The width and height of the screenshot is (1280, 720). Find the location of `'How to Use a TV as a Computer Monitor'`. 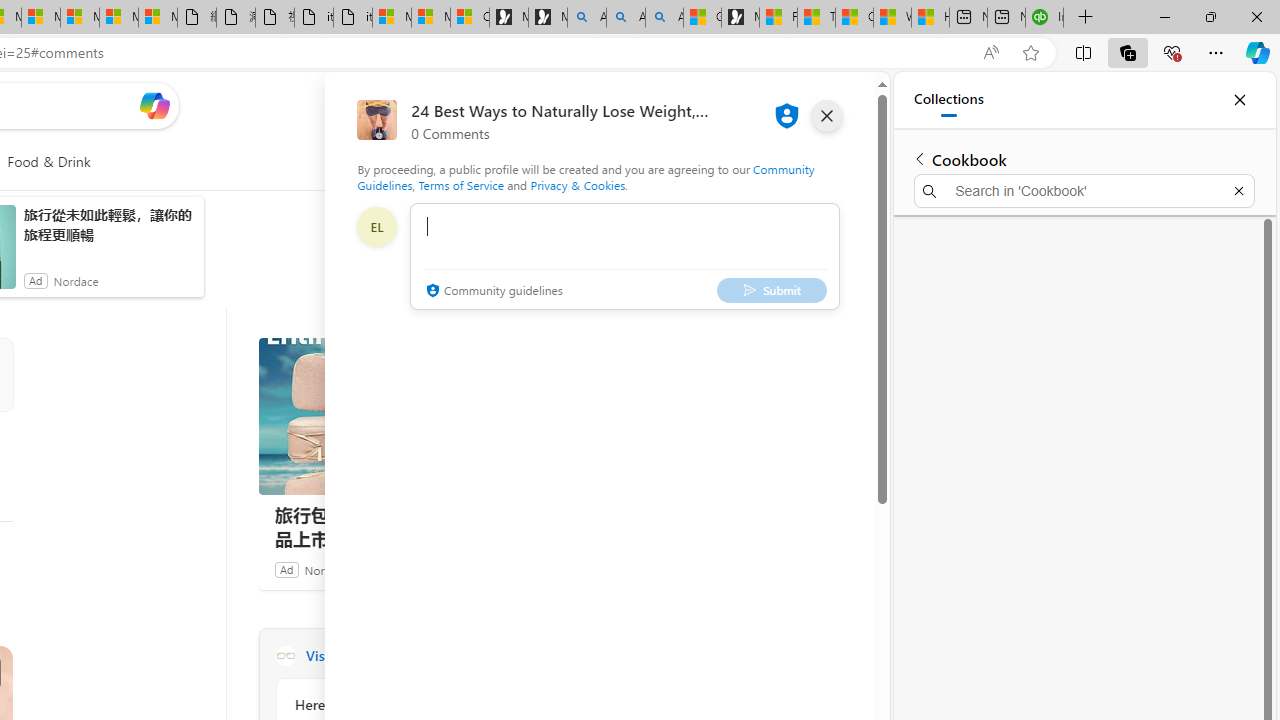

'How to Use a TV as a Computer Monitor' is located at coordinates (928, 17).